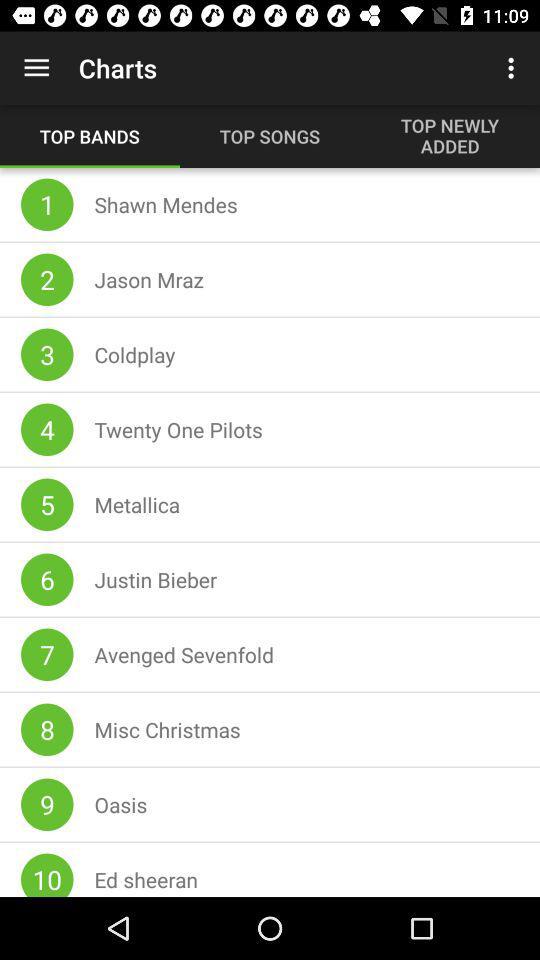 This screenshot has height=960, width=540. What do you see at coordinates (120, 804) in the screenshot?
I see `the icon above ed sheeran icon` at bounding box center [120, 804].